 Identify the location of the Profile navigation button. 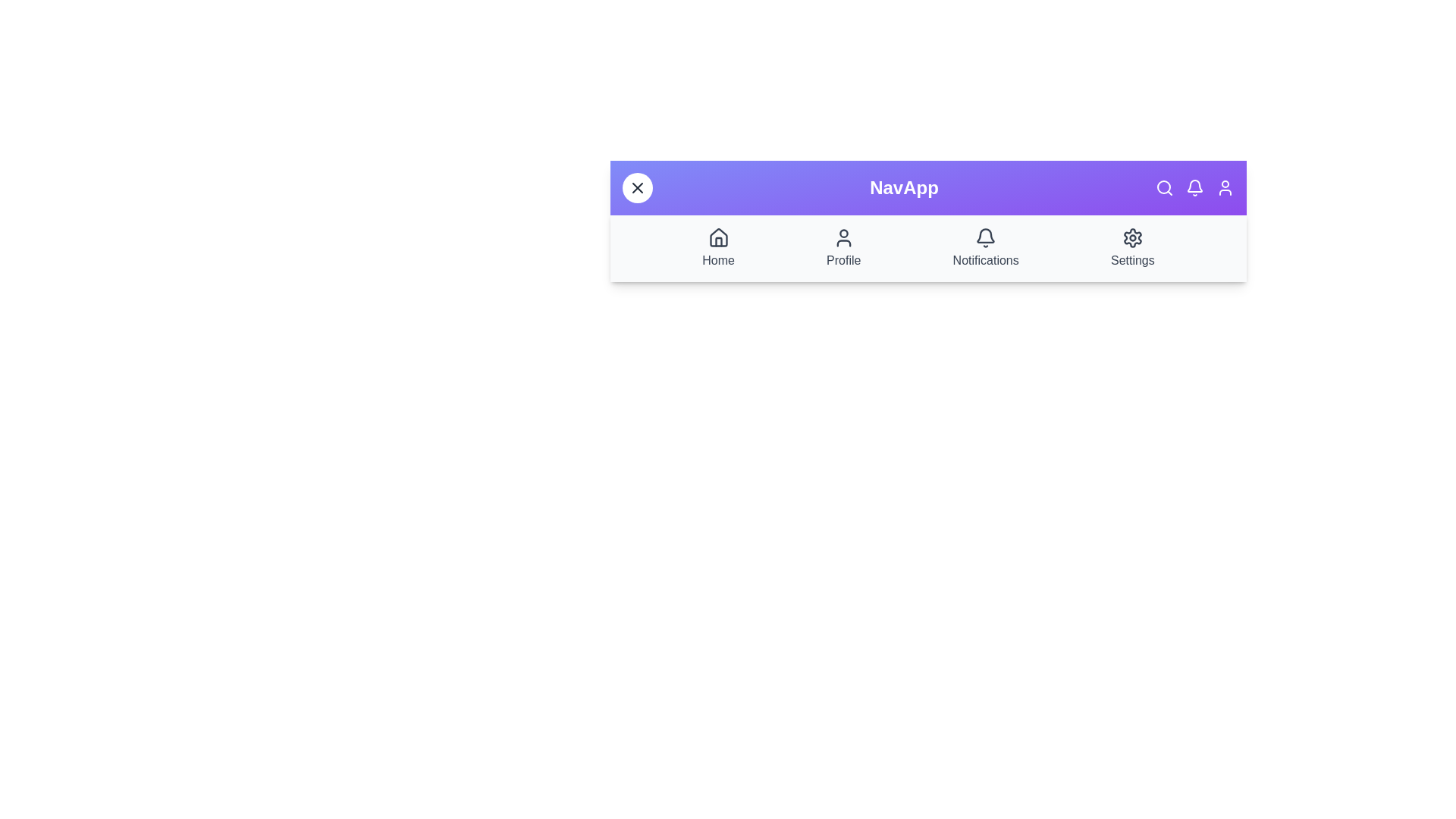
(843, 247).